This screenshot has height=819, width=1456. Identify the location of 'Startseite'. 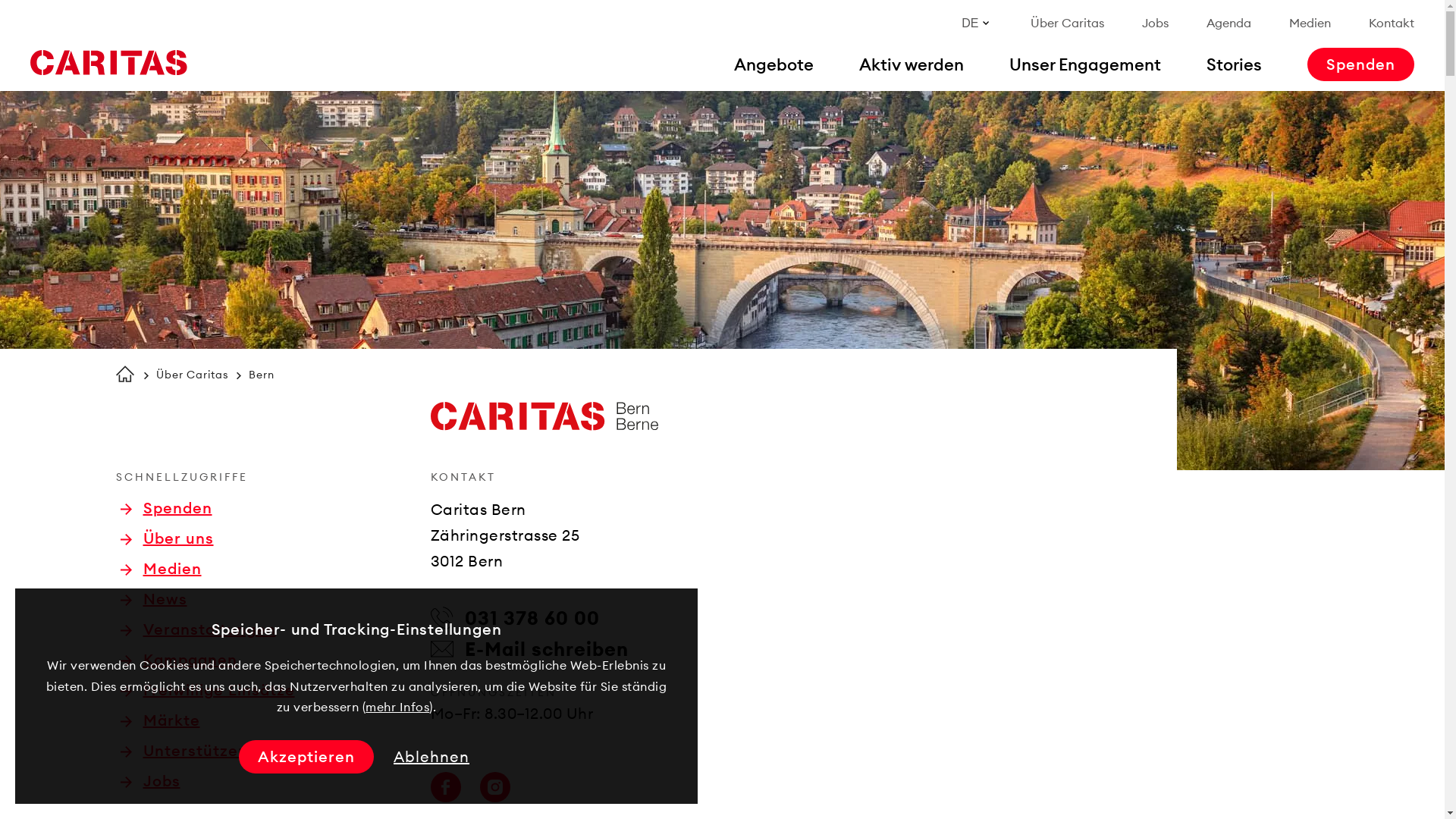
(124, 374).